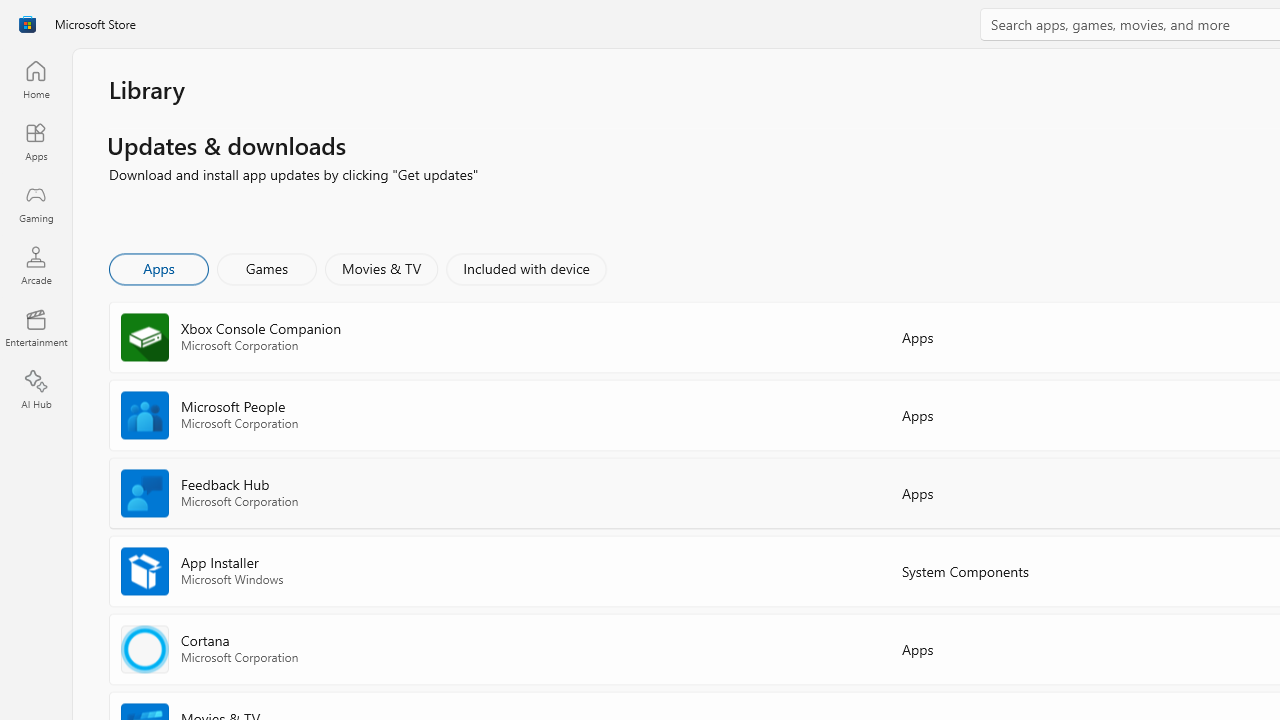 Image resolution: width=1280 pixels, height=720 pixels. Describe the element at coordinates (381, 267) in the screenshot. I see `'Movies & TV'` at that location.